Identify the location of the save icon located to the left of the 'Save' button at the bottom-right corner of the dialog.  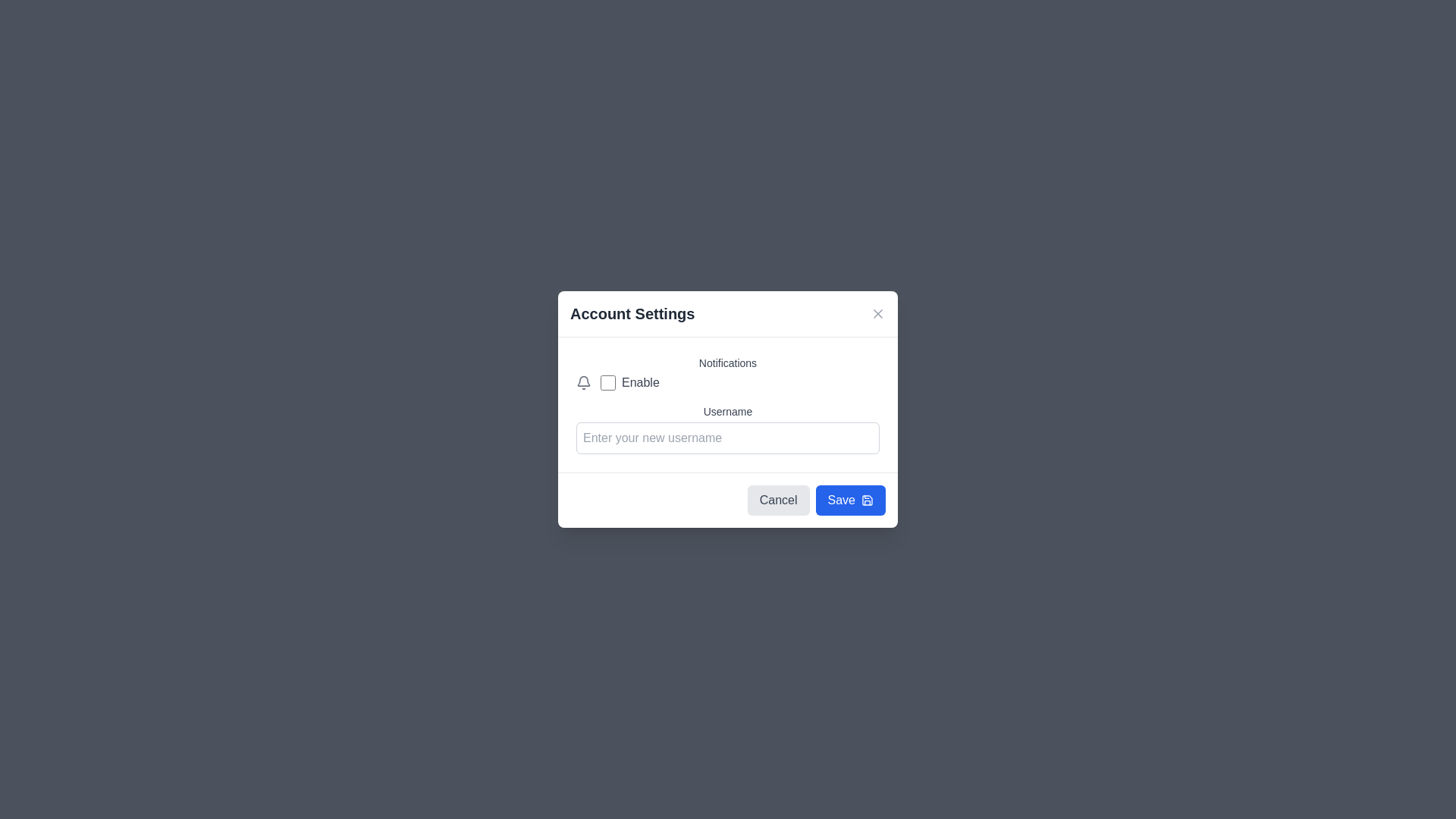
(867, 500).